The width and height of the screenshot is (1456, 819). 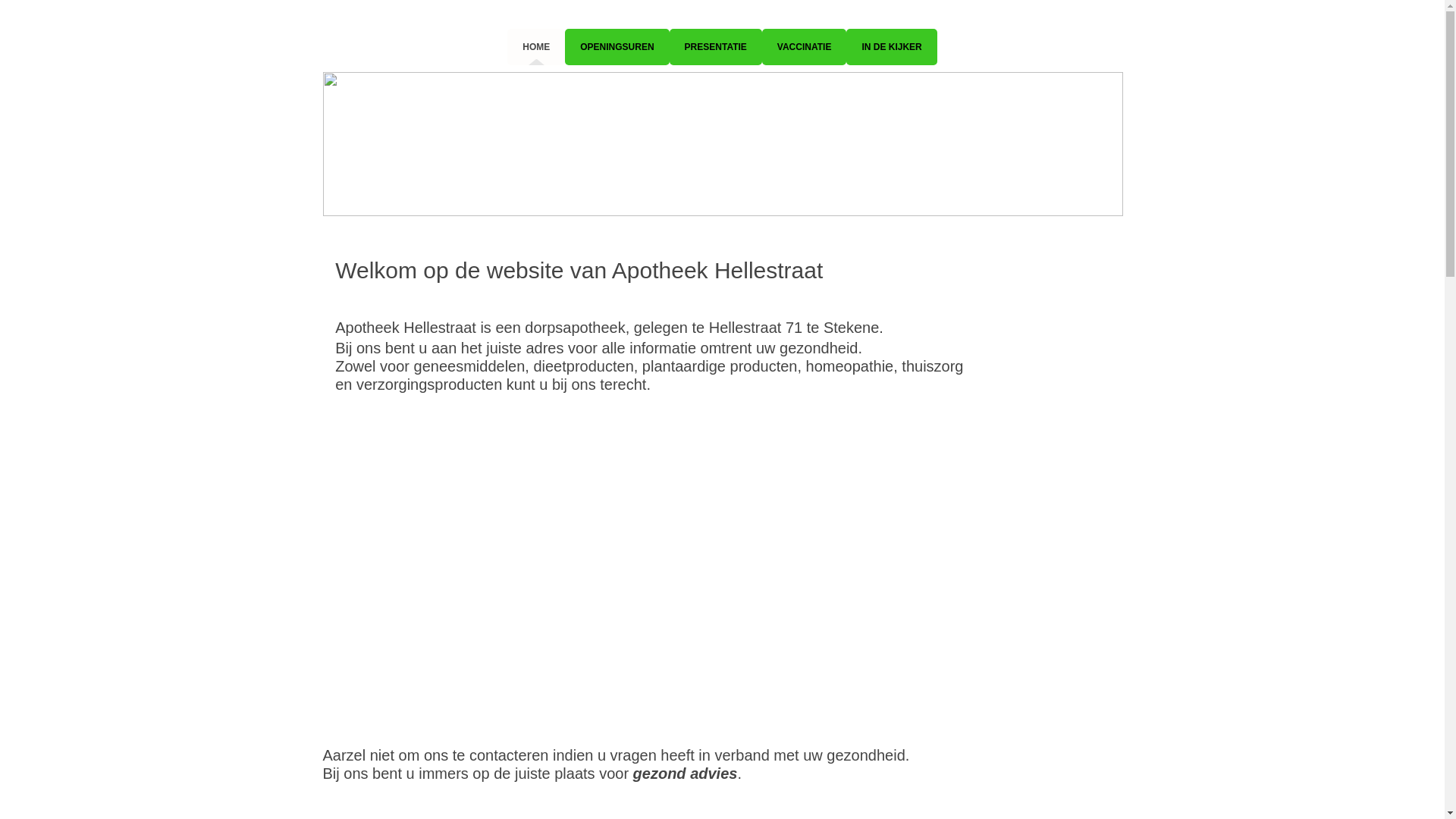 What do you see at coordinates (846, 45) in the screenshot?
I see `'IN DE KIJKER'` at bounding box center [846, 45].